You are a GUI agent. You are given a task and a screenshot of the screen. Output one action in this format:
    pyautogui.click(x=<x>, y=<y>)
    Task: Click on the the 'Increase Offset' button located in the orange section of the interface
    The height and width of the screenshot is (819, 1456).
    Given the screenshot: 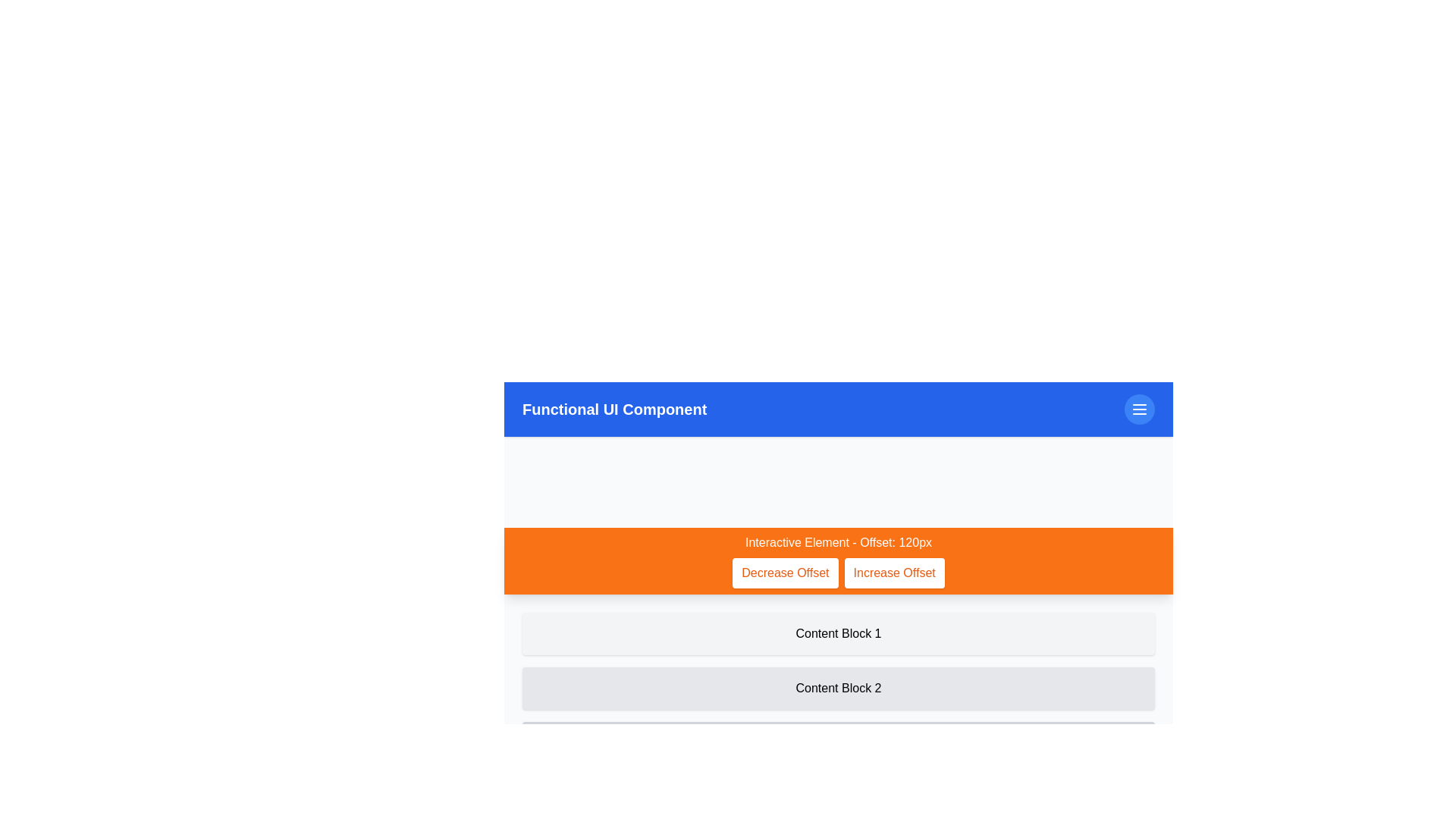 What is the action you would take?
    pyautogui.click(x=894, y=573)
    